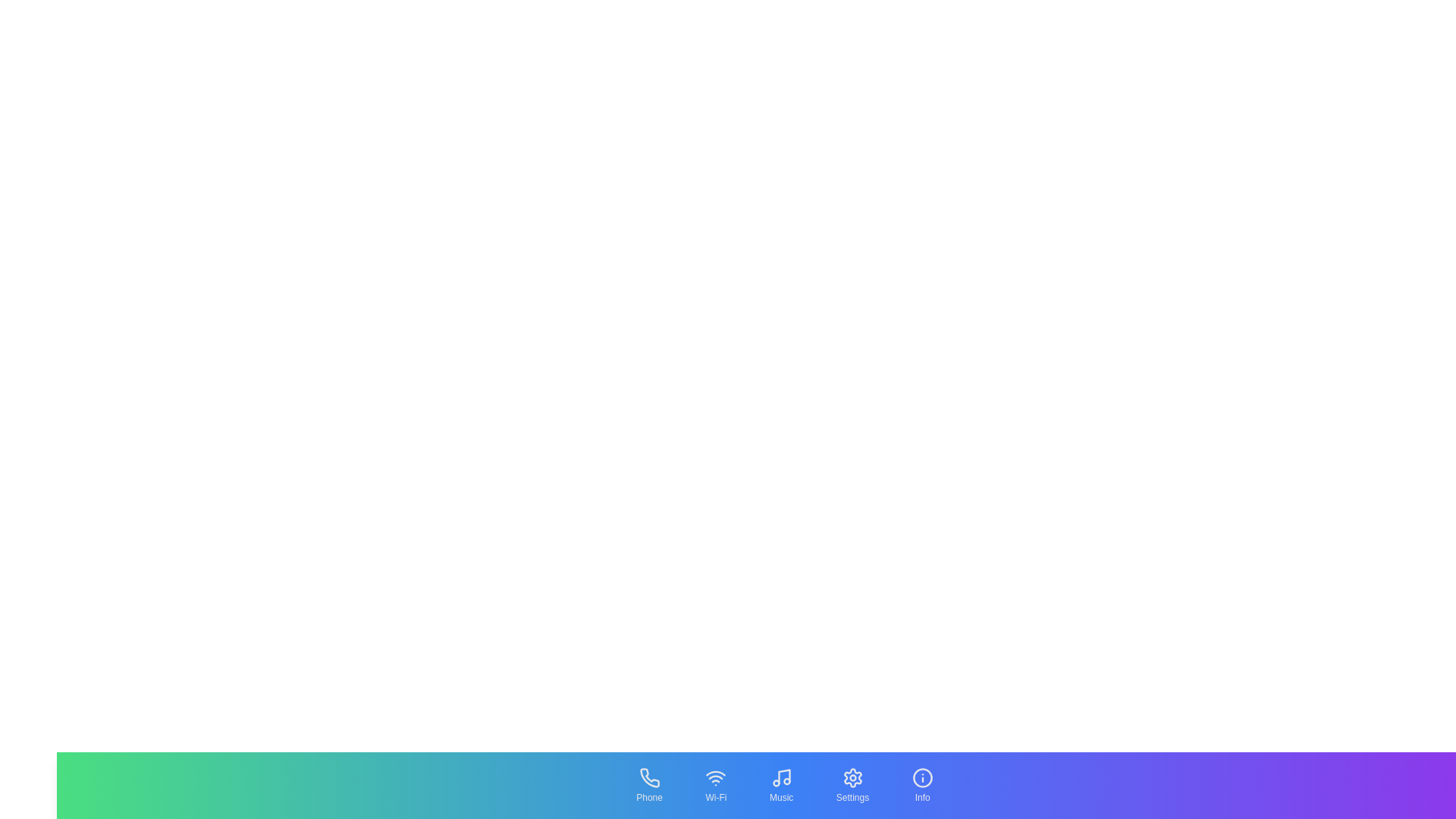 This screenshot has height=819, width=1456. Describe the element at coordinates (781, 785) in the screenshot. I see `the navigation option Music` at that location.